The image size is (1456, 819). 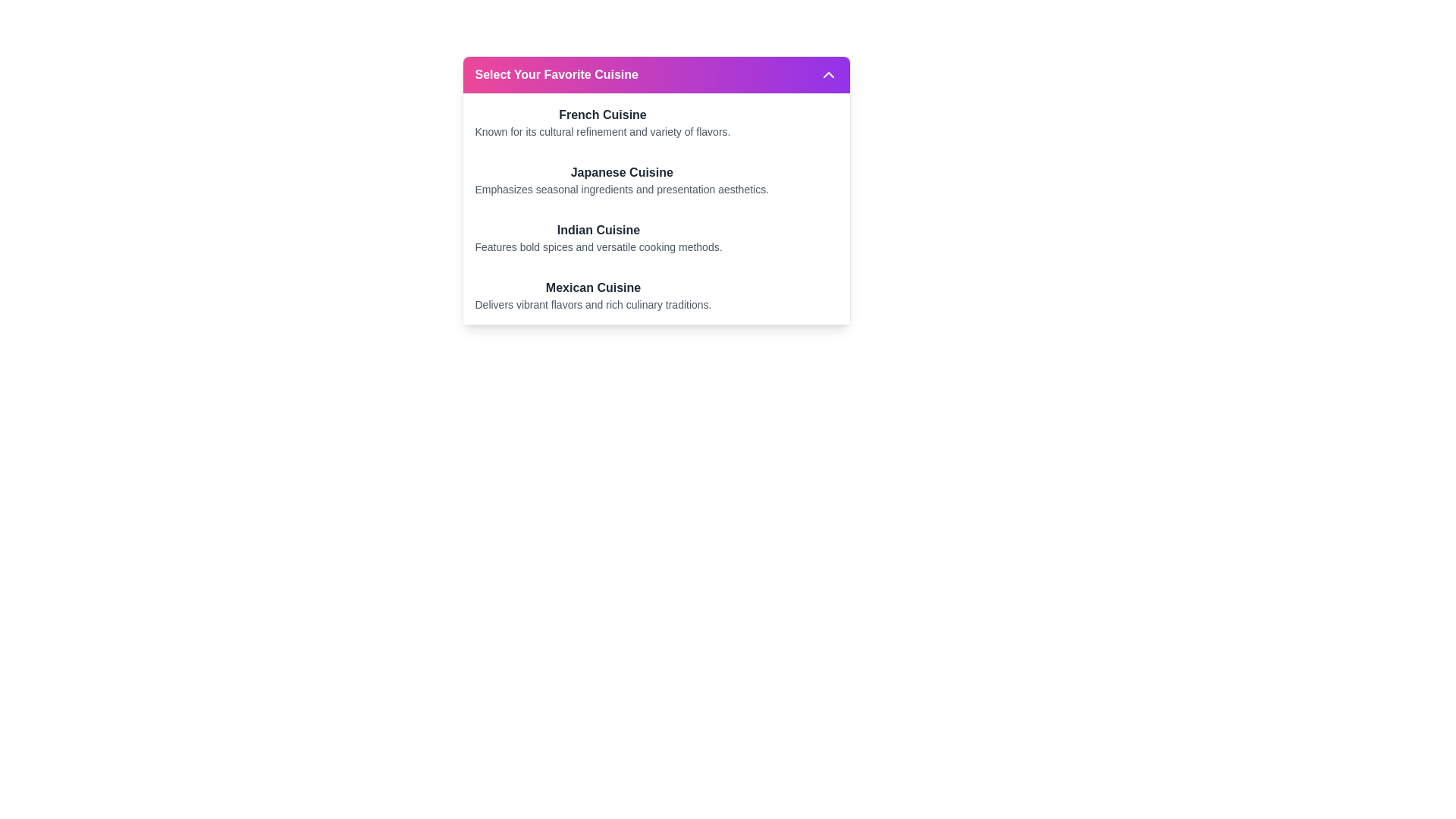 I want to click on displayed text of the Informational display block located between 'Japanese Cuisine' and 'Mexican Cuisine' under the header 'Select Your Favorite Cuisine.', so click(x=656, y=237).